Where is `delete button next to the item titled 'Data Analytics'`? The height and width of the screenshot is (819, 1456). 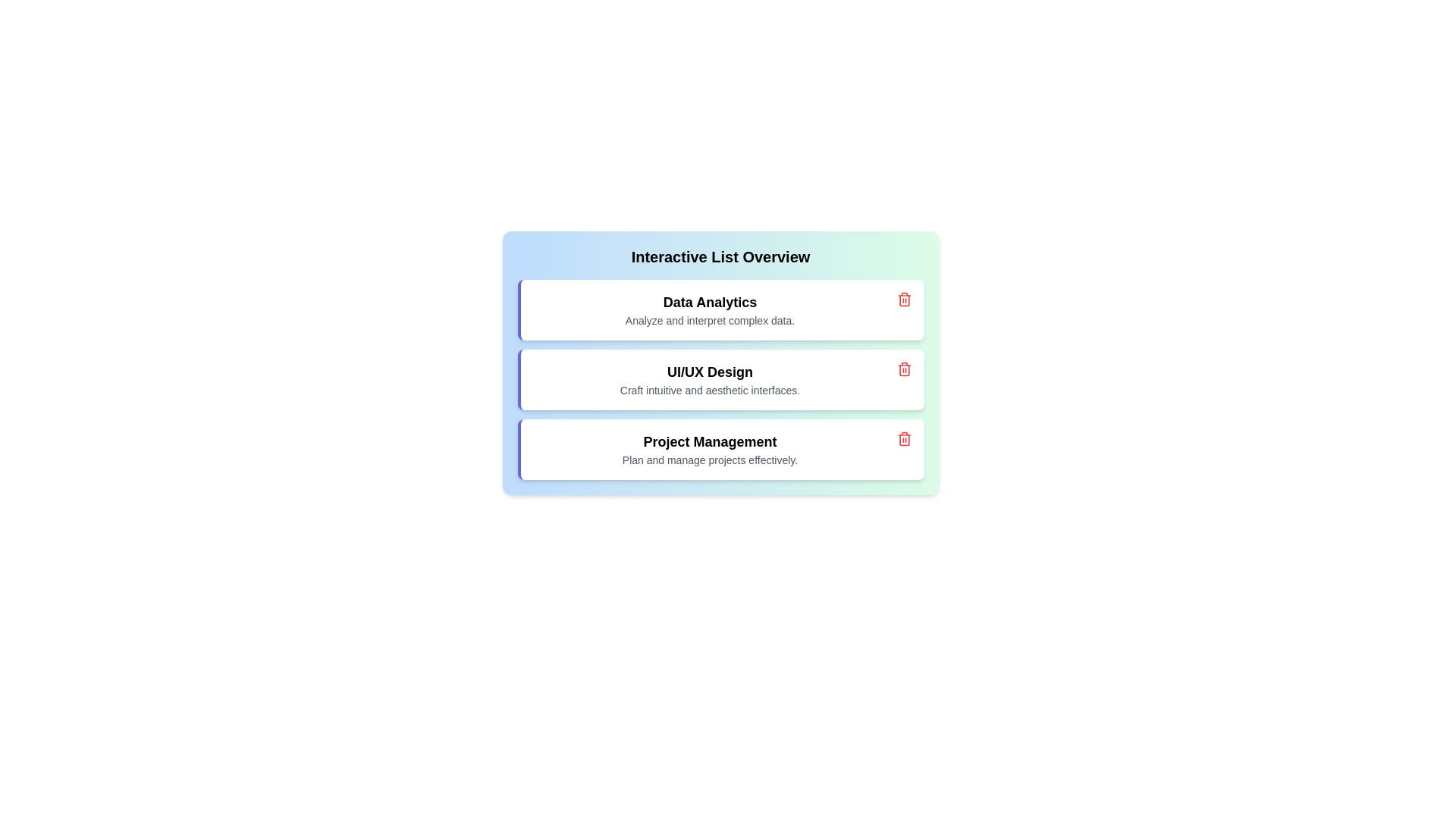
delete button next to the item titled 'Data Analytics' is located at coordinates (904, 299).